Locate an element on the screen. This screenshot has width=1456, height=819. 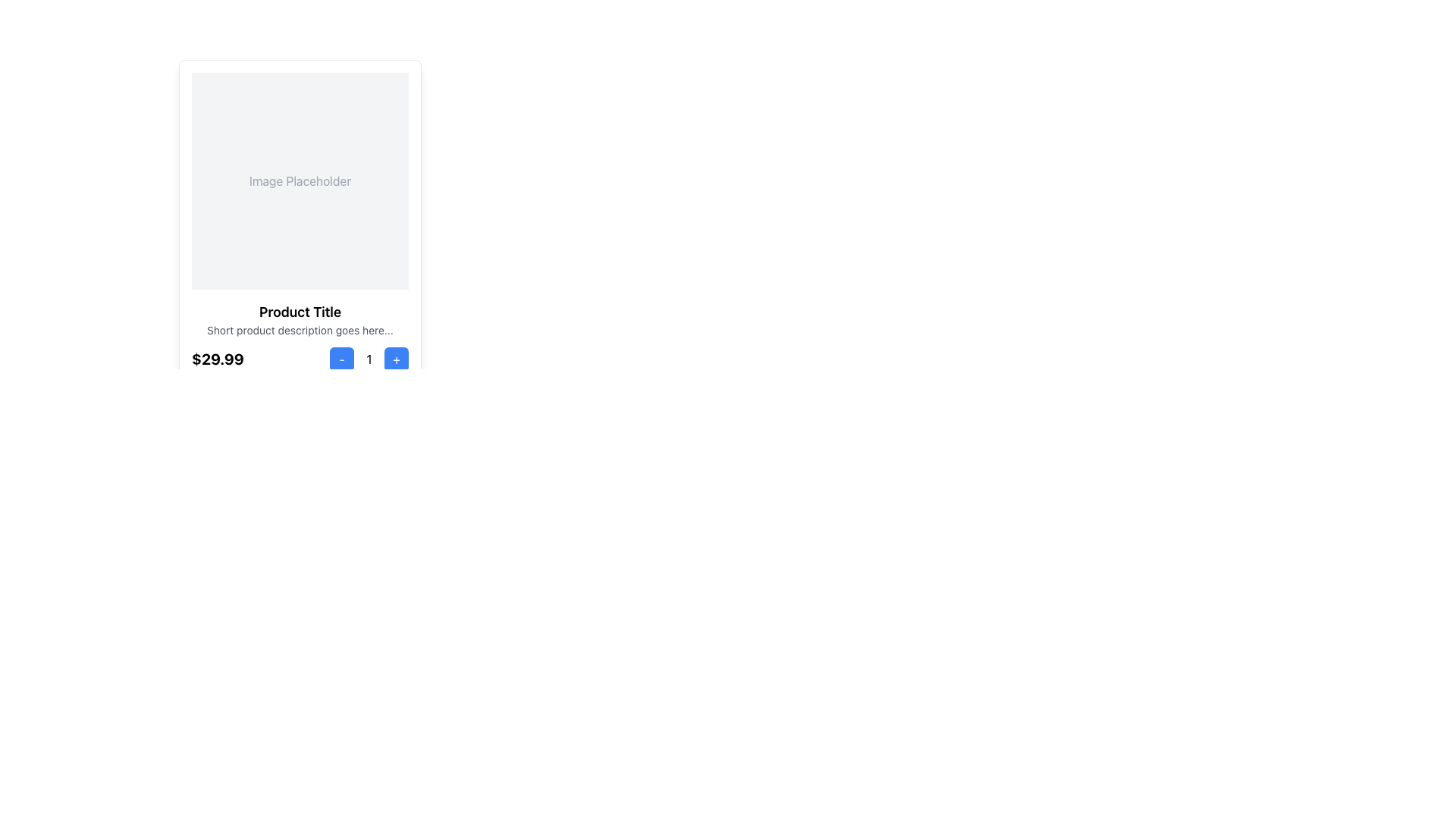
the square button with a '+' symbol in white against a blue background, which is located near the bottom of a product card is located at coordinates (397, 359).